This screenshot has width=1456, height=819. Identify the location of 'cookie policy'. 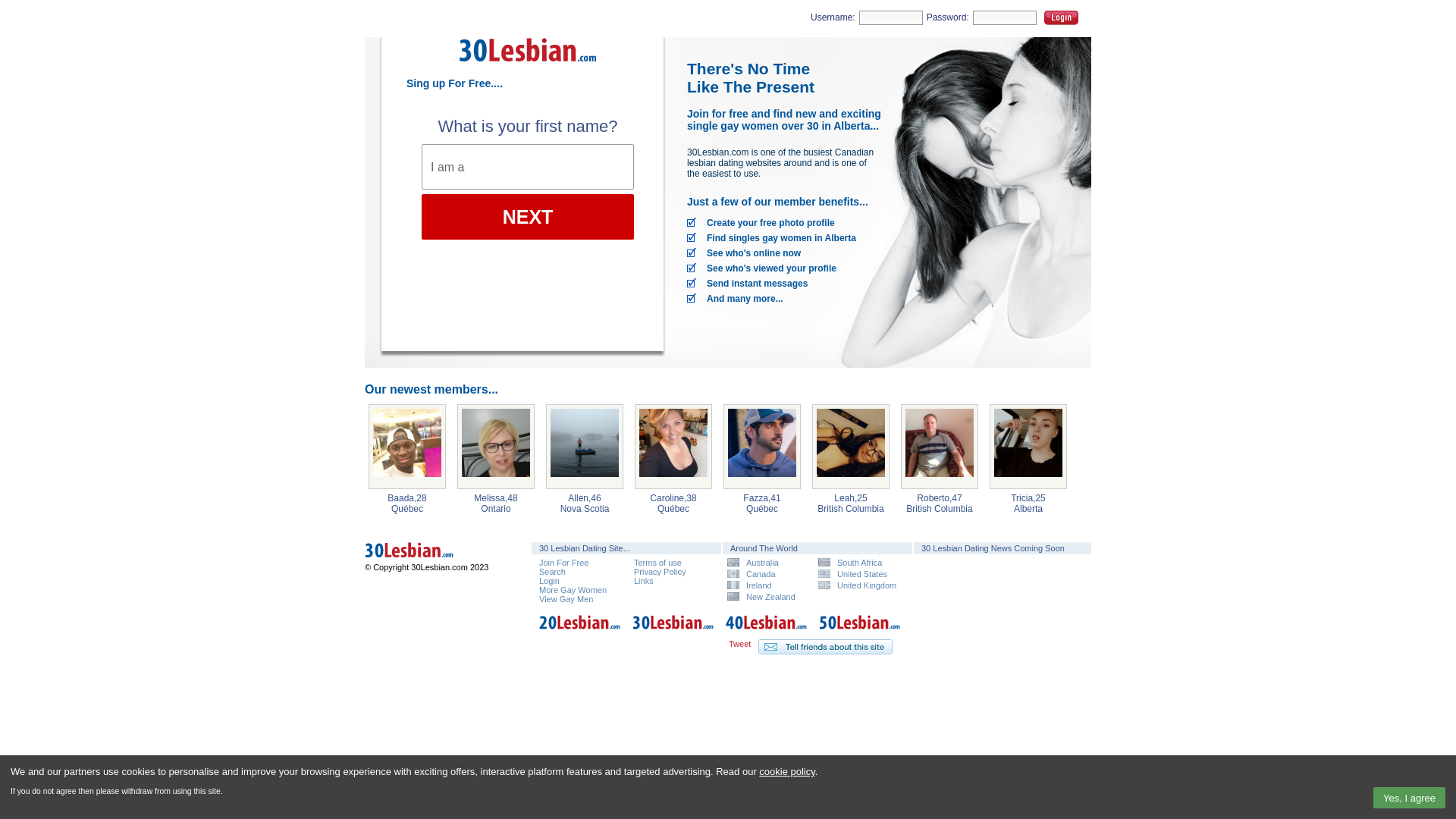
(786, 771).